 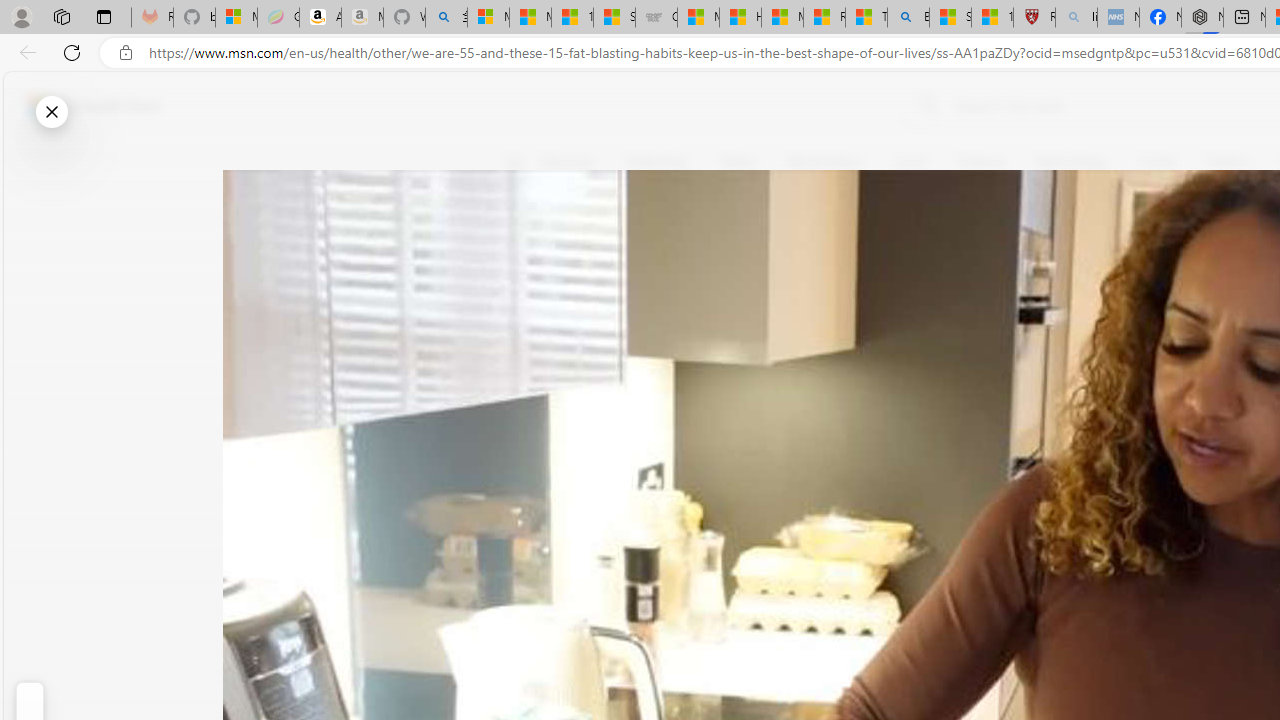 What do you see at coordinates (1075, 17) in the screenshot?
I see `'list of asthma inhalers uk - Search - Sleeping'` at bounding box center [1075, 17].